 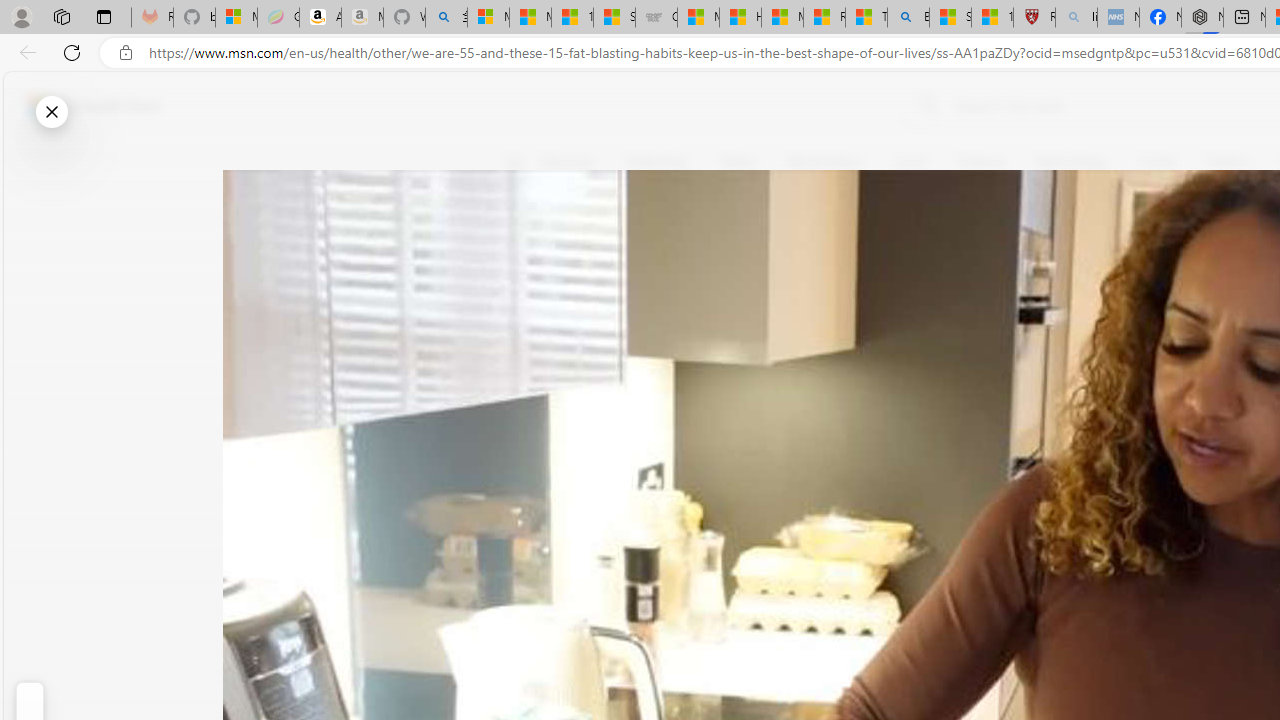 What do you see at coordinates (1075, 17) in the screenshot?
I see `'list of asthma inhalers uk - Search - Sleeping'` at bounding box center [1075, 17].